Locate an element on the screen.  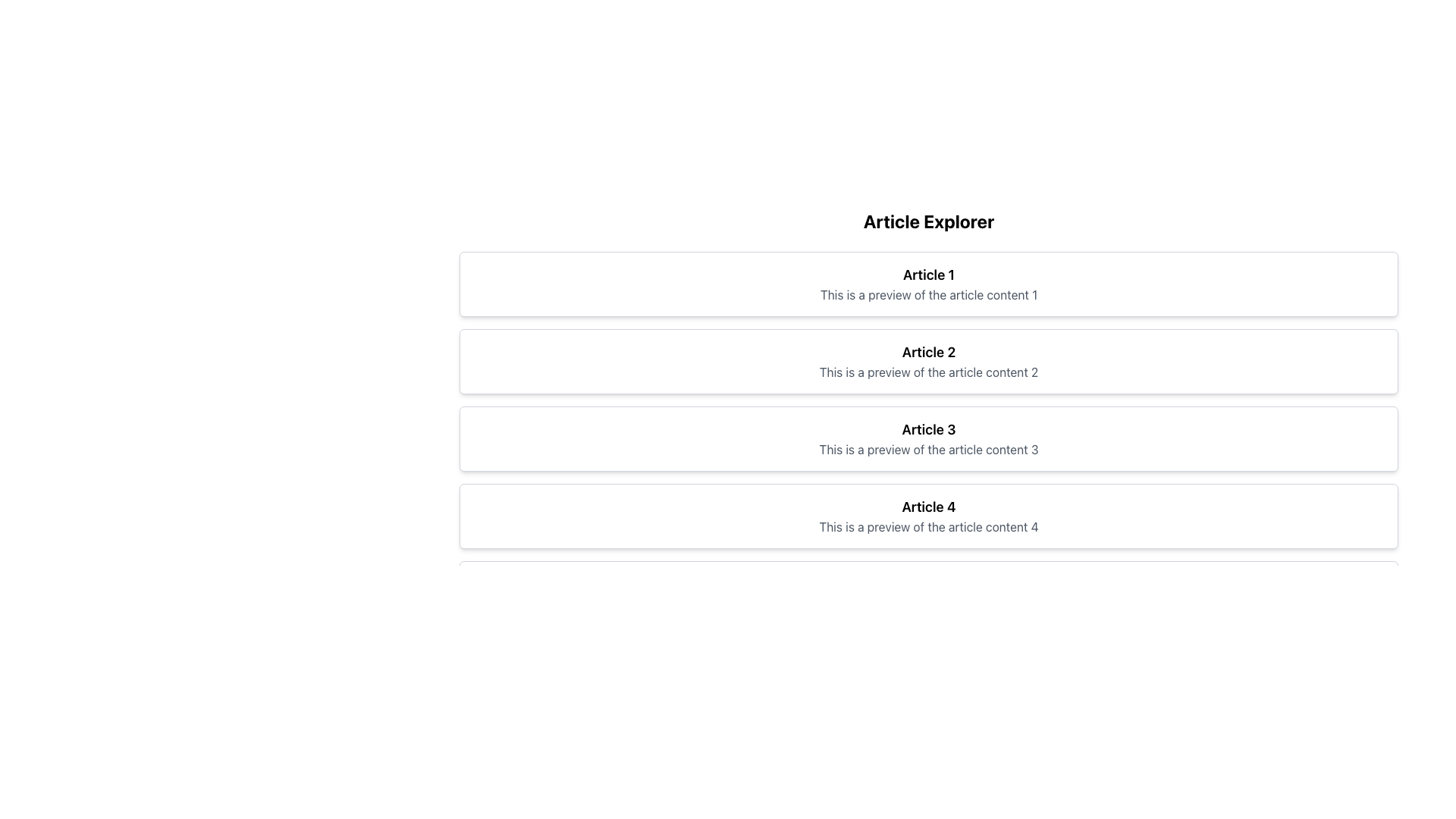
the first article preview card located at the top of the column in the grid layout is located at coordinates (927, 284).